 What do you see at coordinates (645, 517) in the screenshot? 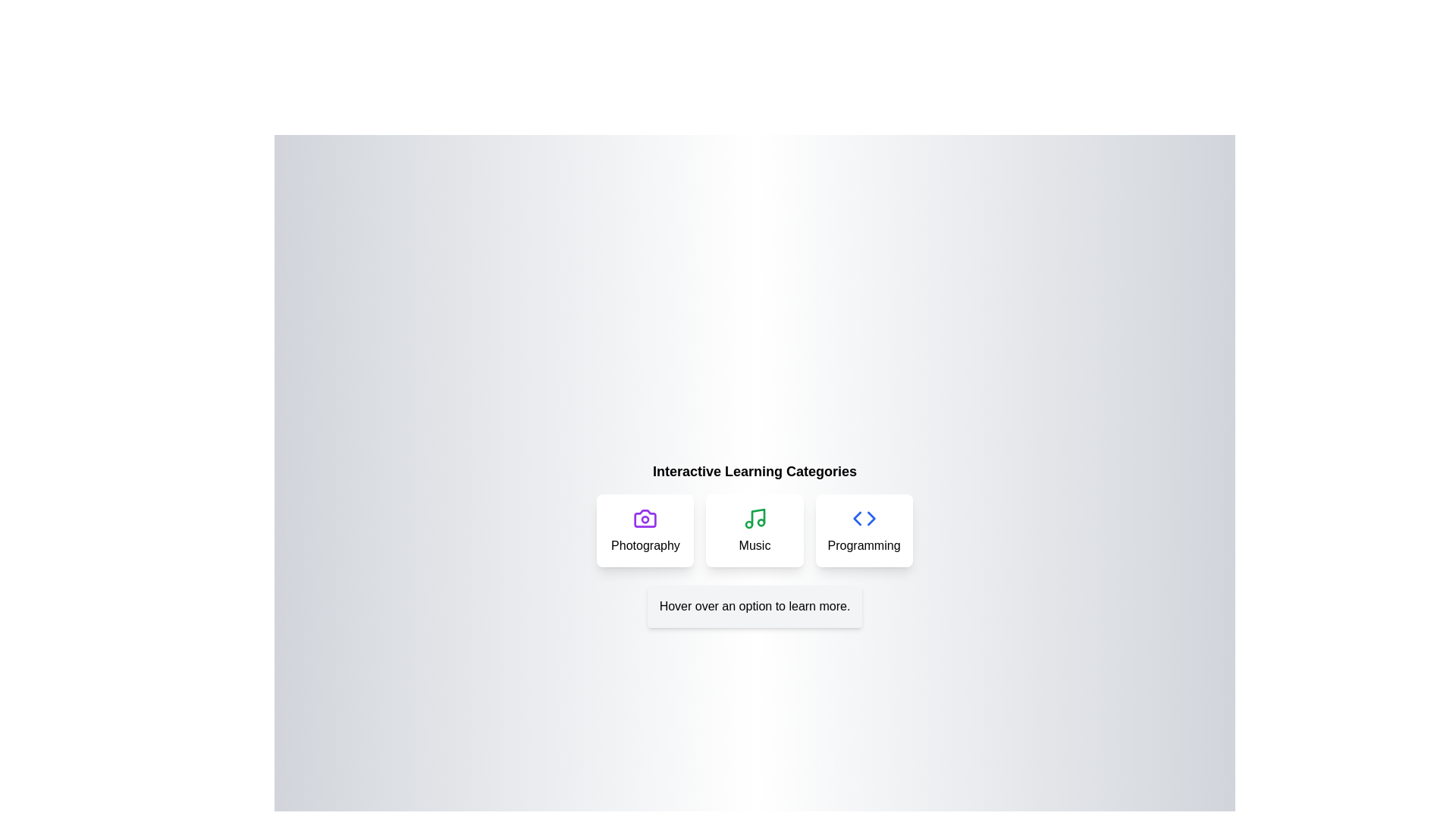
I see `the camera-shaped icon with a purple outline located at the top center of the 'Photography' card` at bounding box center [645, 517].